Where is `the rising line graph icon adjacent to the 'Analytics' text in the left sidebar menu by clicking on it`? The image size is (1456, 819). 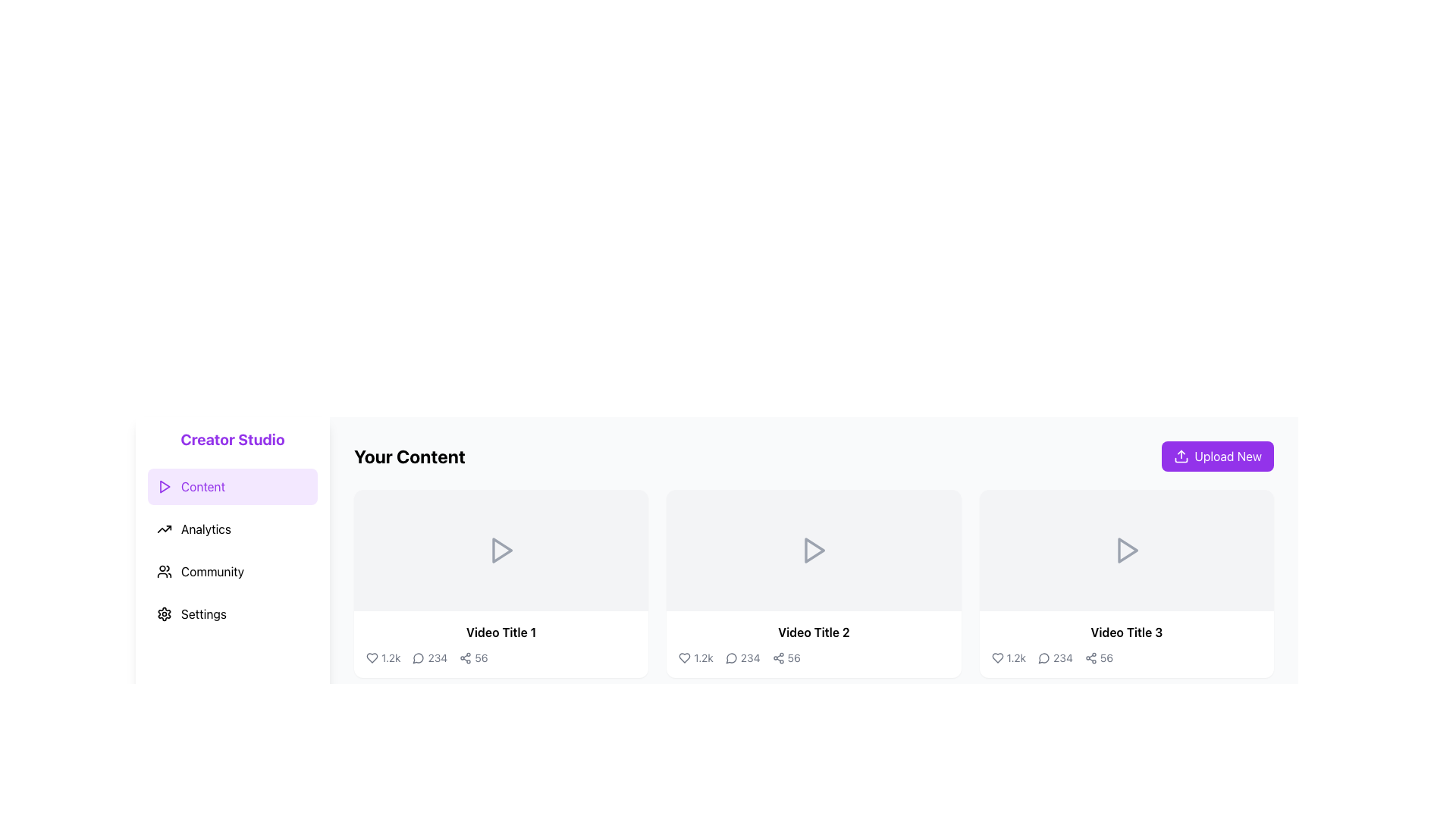 the rising line graph icon adjacent to the 'Analytics' text in the left sidebar menu by clicking on it is located at coordinates (164, 529).